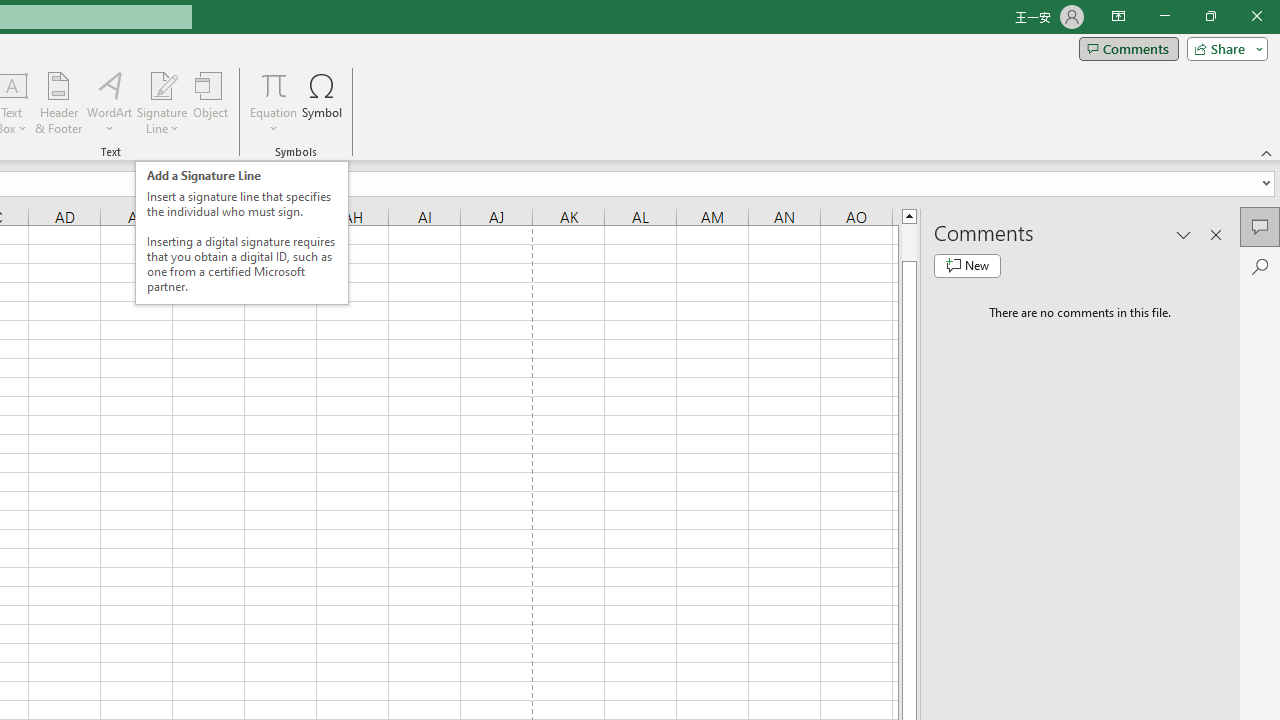 This screenshot has height=720, width=1280. I want to click on 'Signature Line', so click(161, 84).